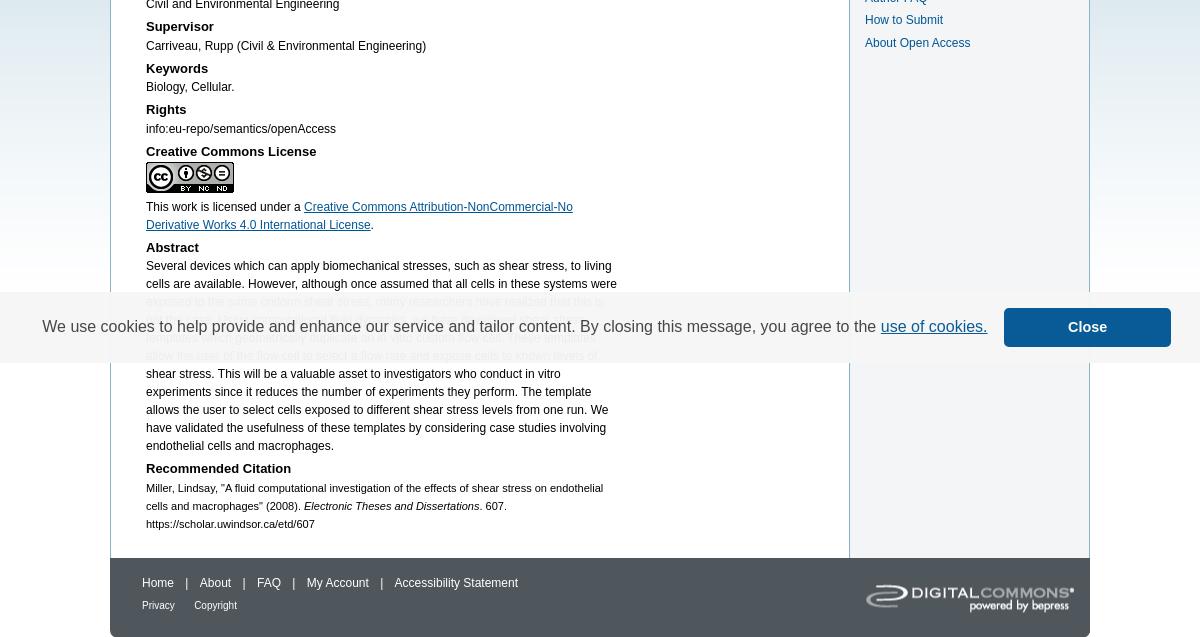 The height and width of the screenshot is (637, 1200). I want to click on 'Home', so click(157, 582).